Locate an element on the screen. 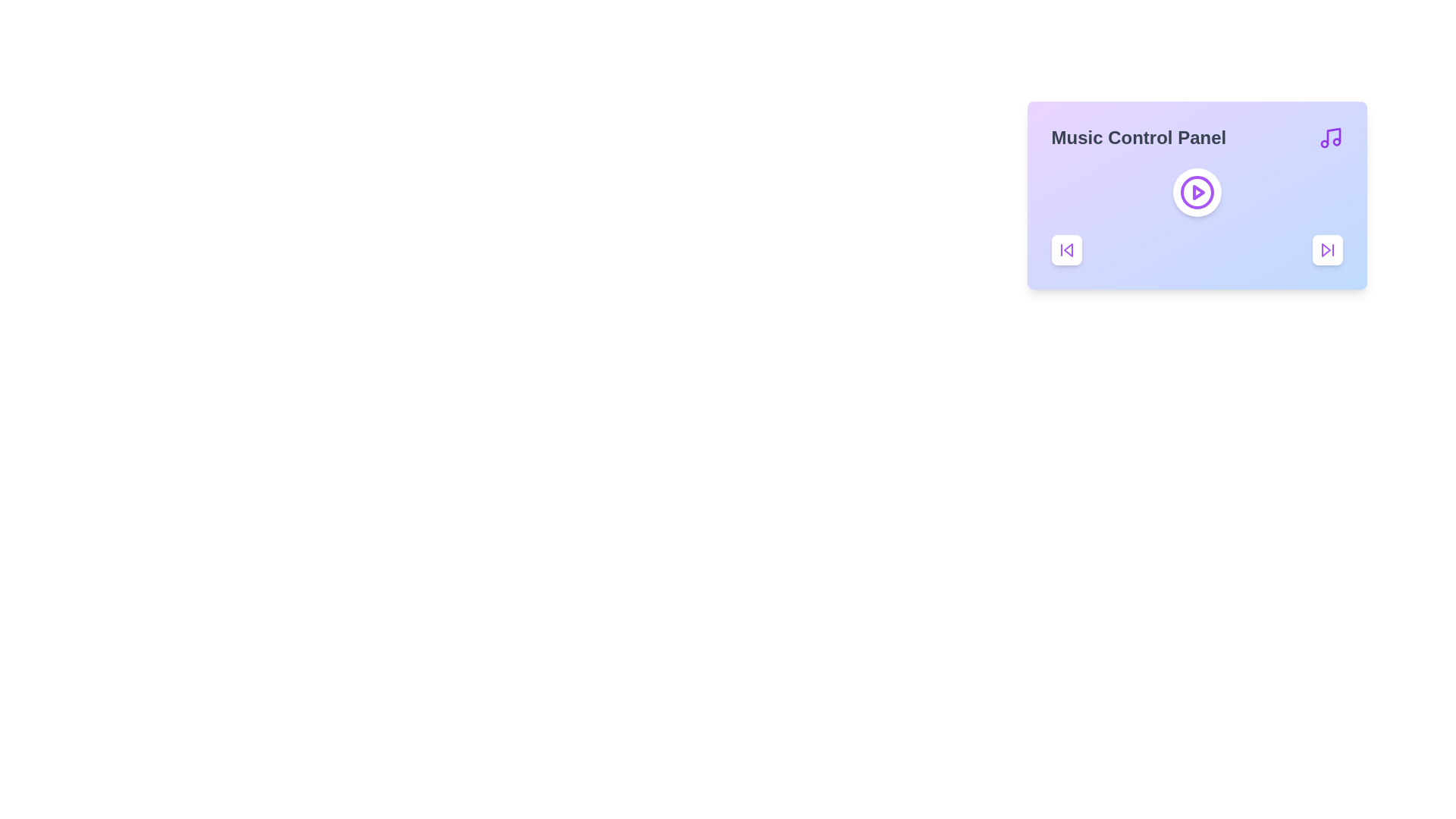 This screenshot has width=1456, height=819. the play button located at the center of the music control panel to change its background color is located at coordinates (1196, 192).